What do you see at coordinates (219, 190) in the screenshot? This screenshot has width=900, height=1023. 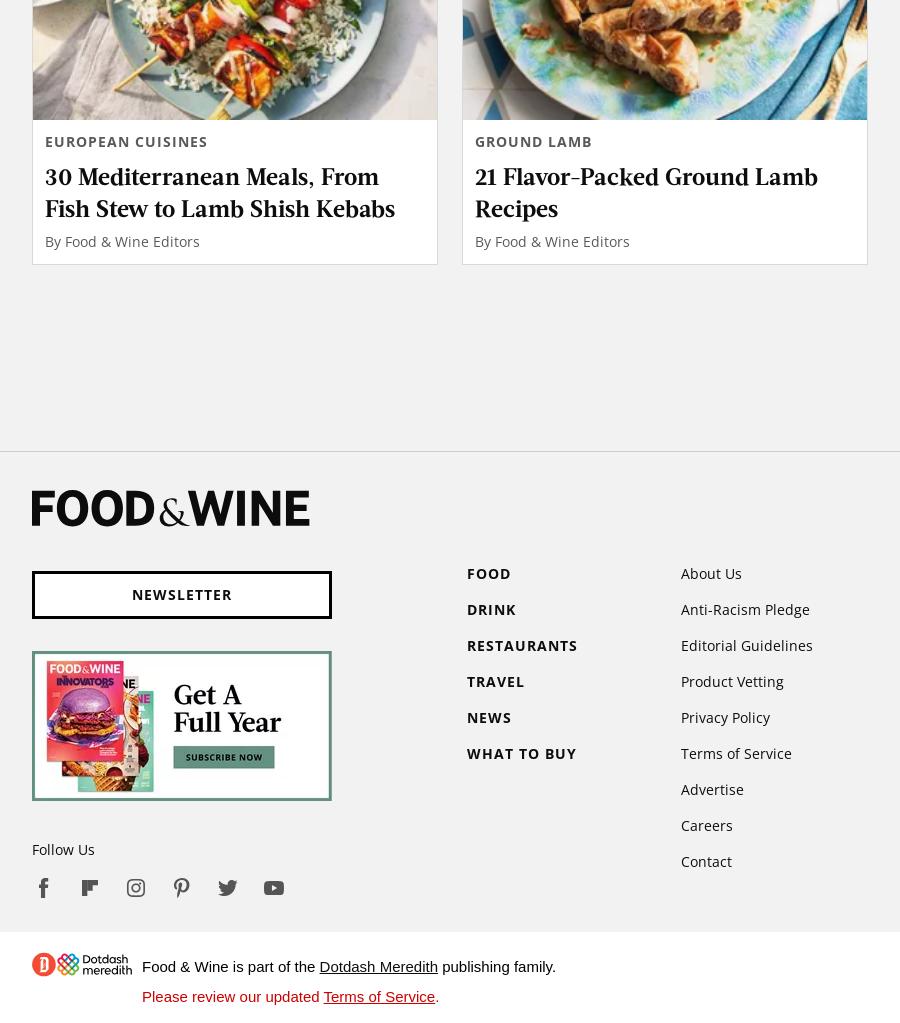 I see `'30 Mediterranean Meals, From Fish Stew to Lamb Shish Kebabs'` at bounding box center [219, 190].